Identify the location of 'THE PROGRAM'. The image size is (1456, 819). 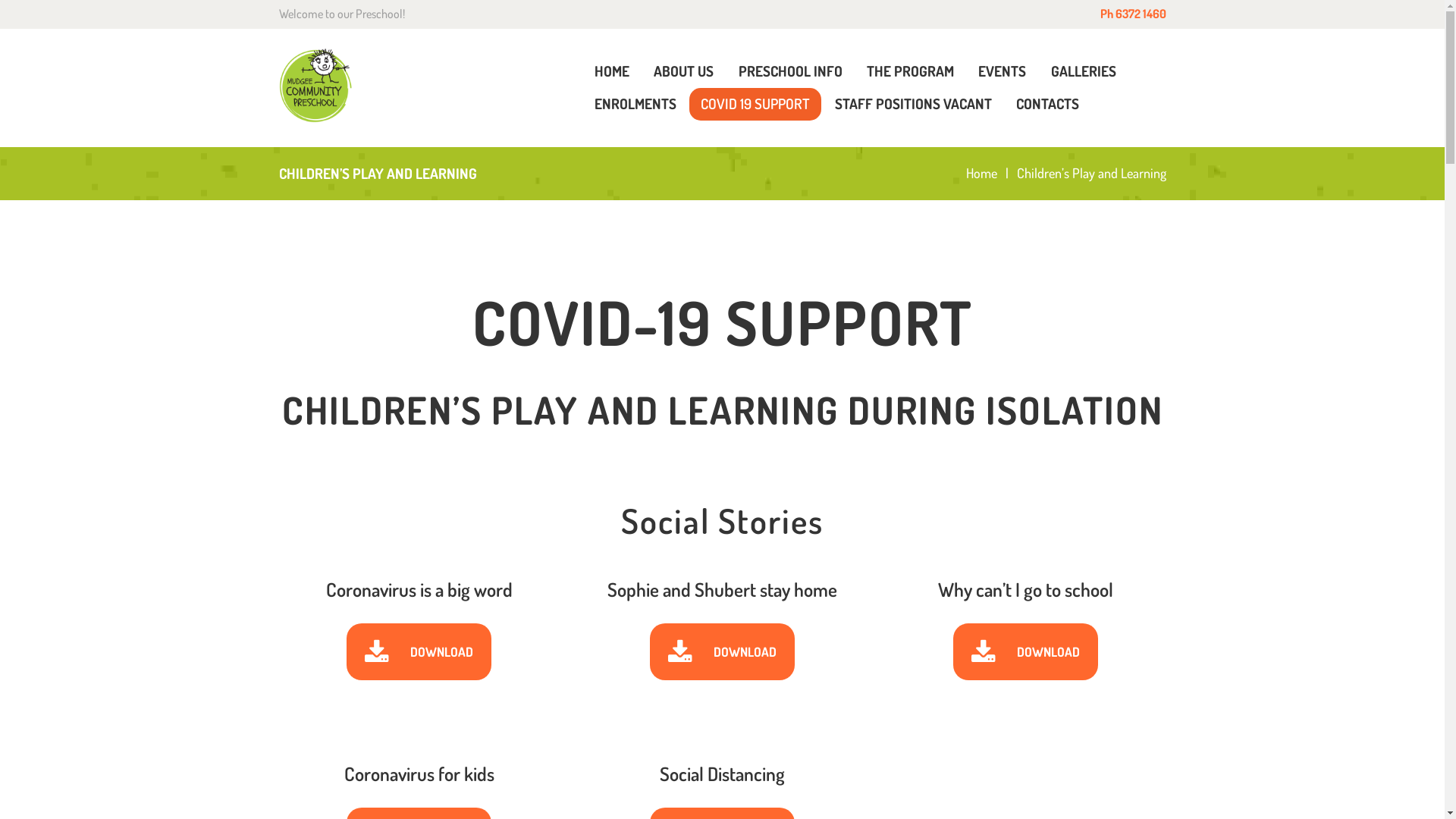
(855, 71).